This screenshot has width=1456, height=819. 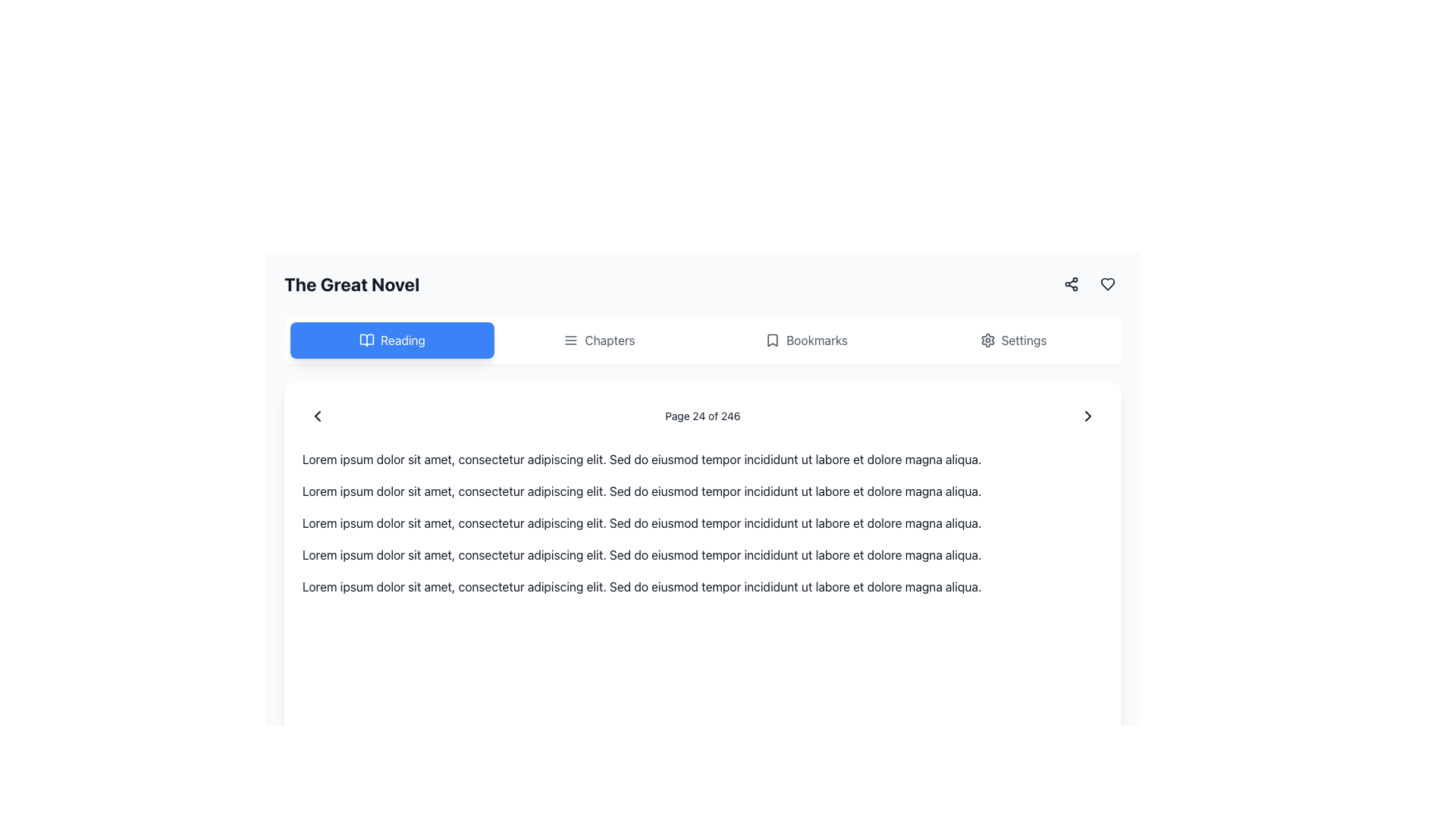 I want to click on the 'Settings' icon located in the upper-right corner of the interface, so click(x=987, y=339).